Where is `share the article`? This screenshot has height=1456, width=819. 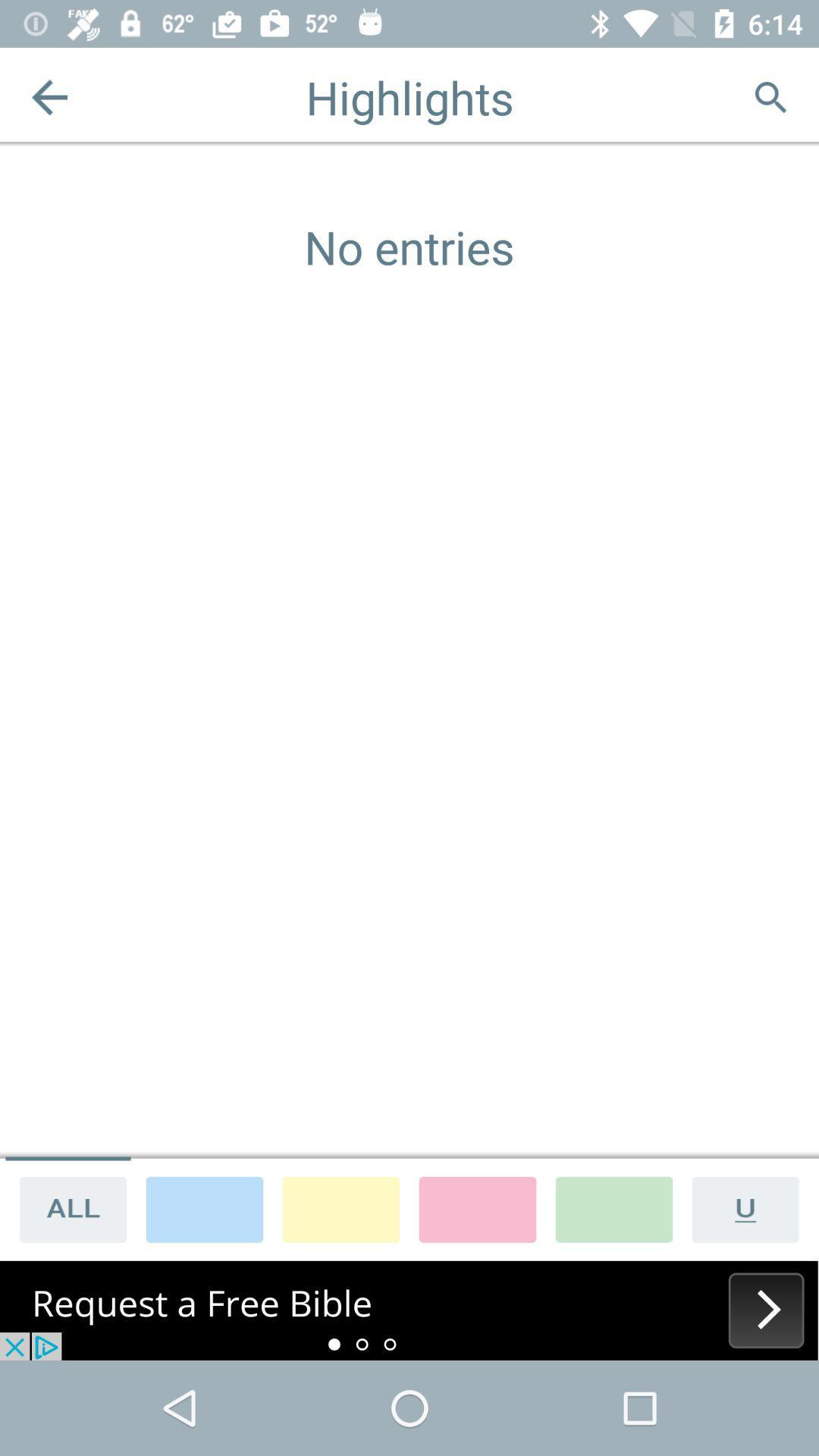
share the article is located at coordinates (67, 1208).